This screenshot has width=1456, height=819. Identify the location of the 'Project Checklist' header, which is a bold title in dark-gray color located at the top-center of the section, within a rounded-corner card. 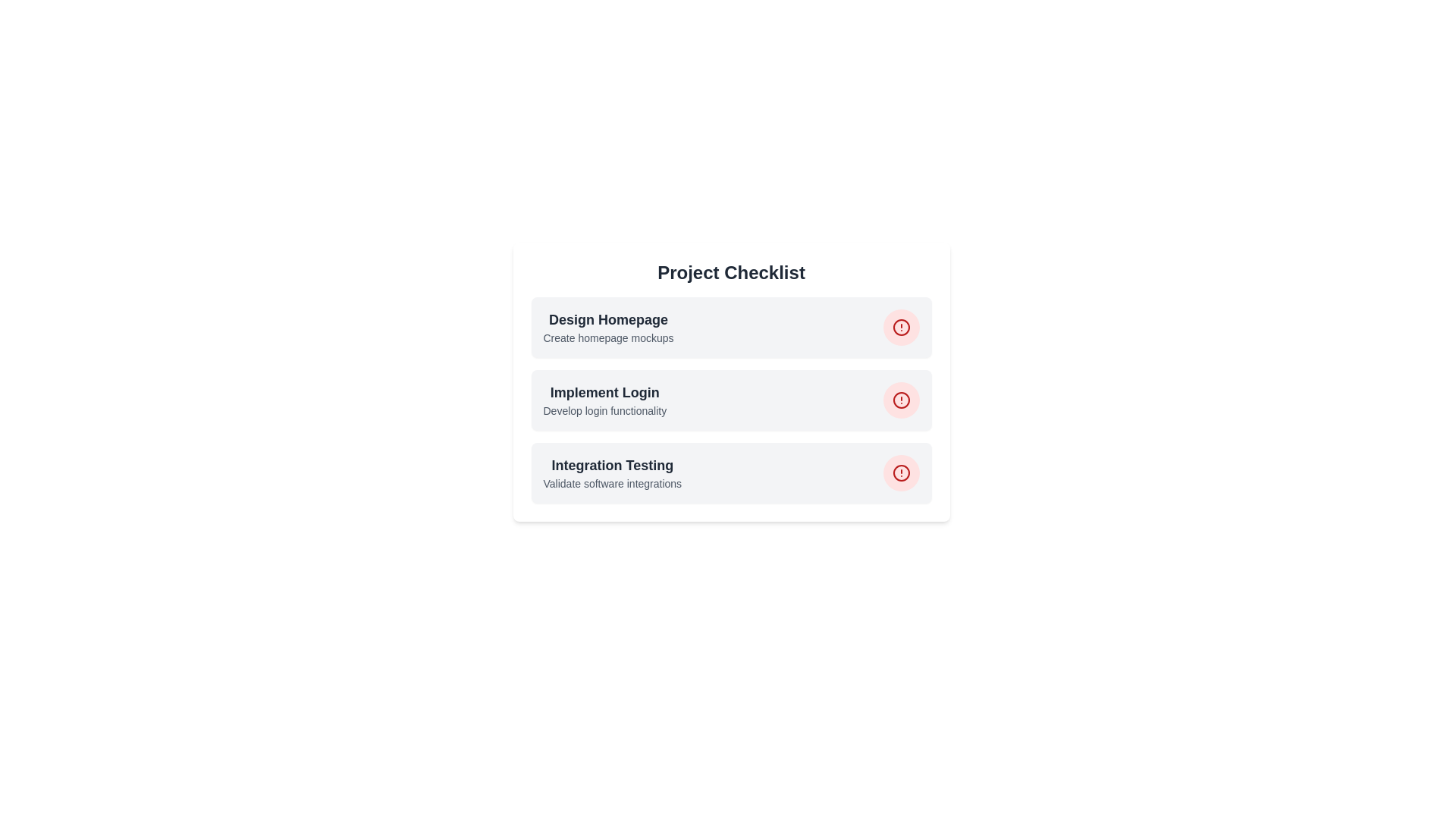
(731, 271).